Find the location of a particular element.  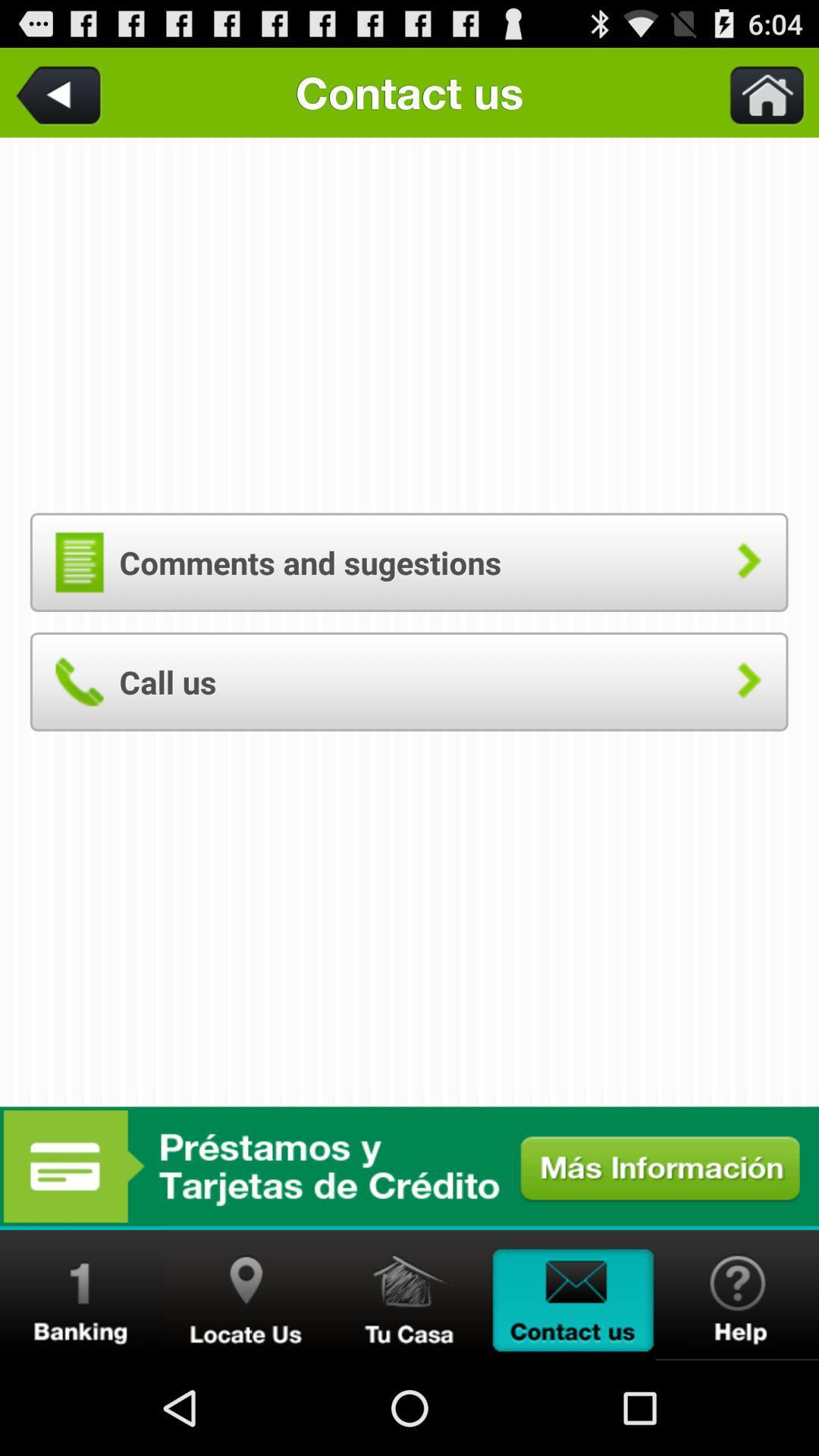

the item above the comments and sugestions button is located at coordinates (61, 92).